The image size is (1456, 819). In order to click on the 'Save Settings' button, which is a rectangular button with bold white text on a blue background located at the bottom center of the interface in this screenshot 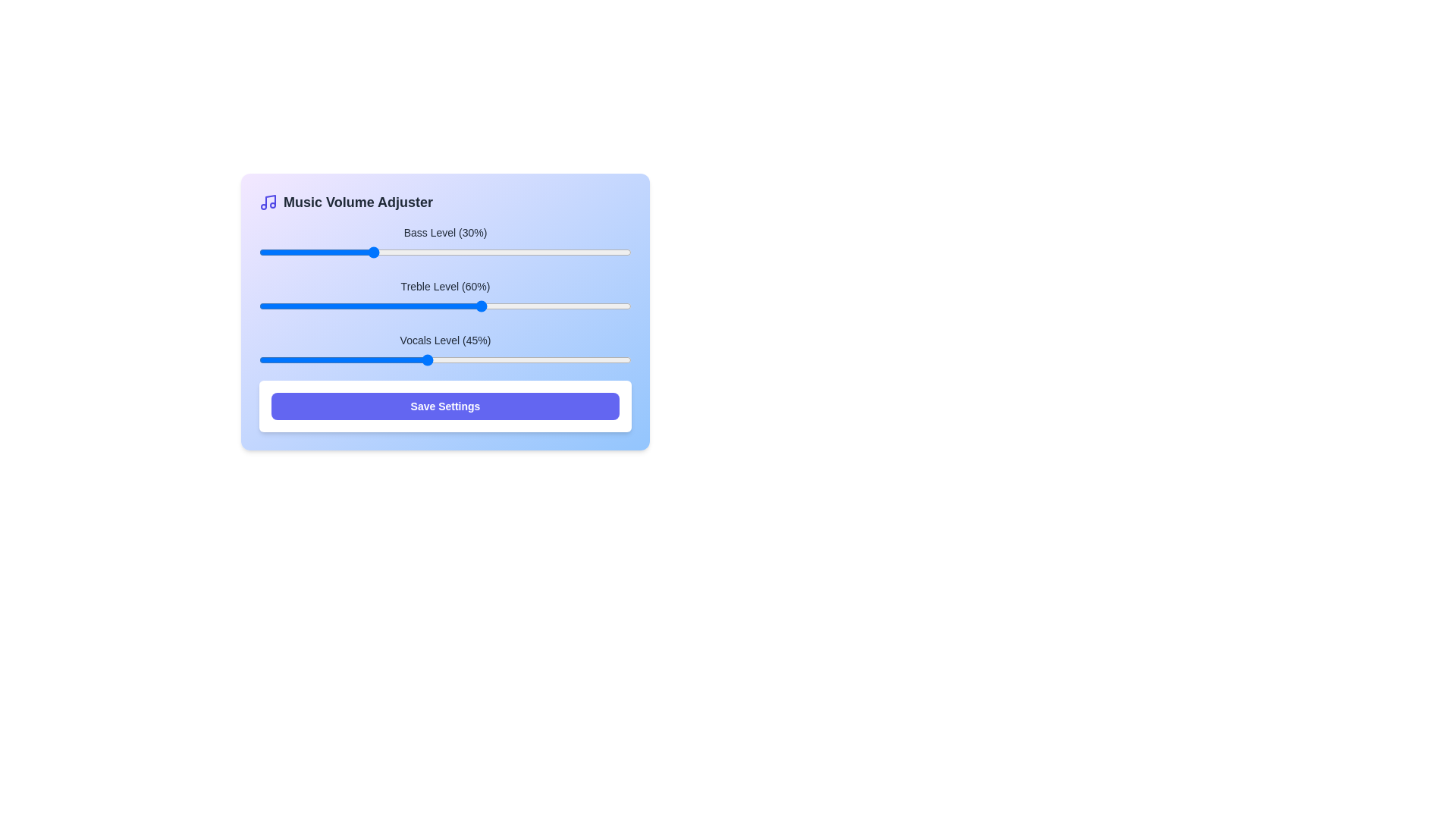, I will do `click(444, 406)`.